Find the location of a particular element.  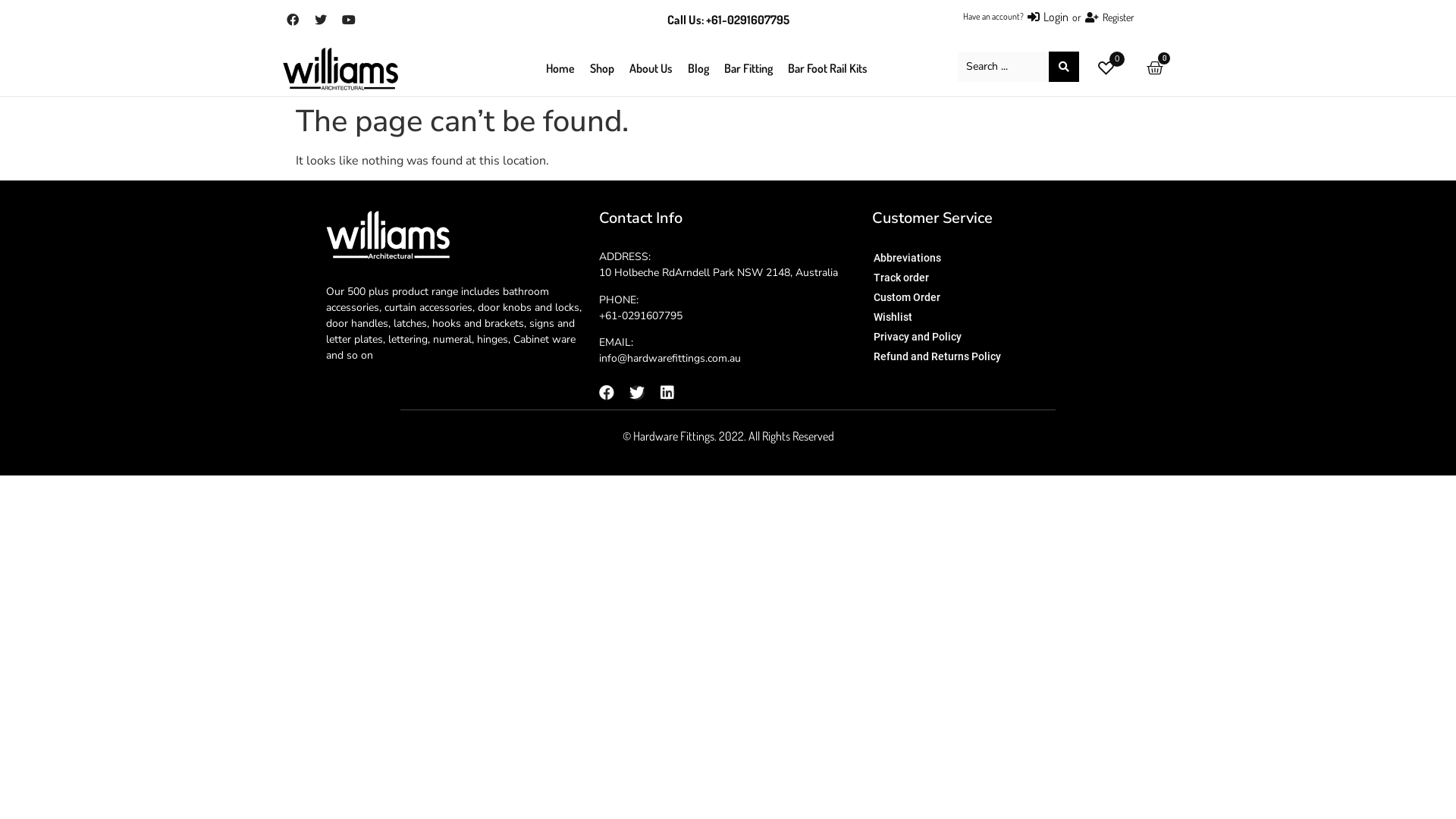

'Blog' is located at coordinates (698, 66).